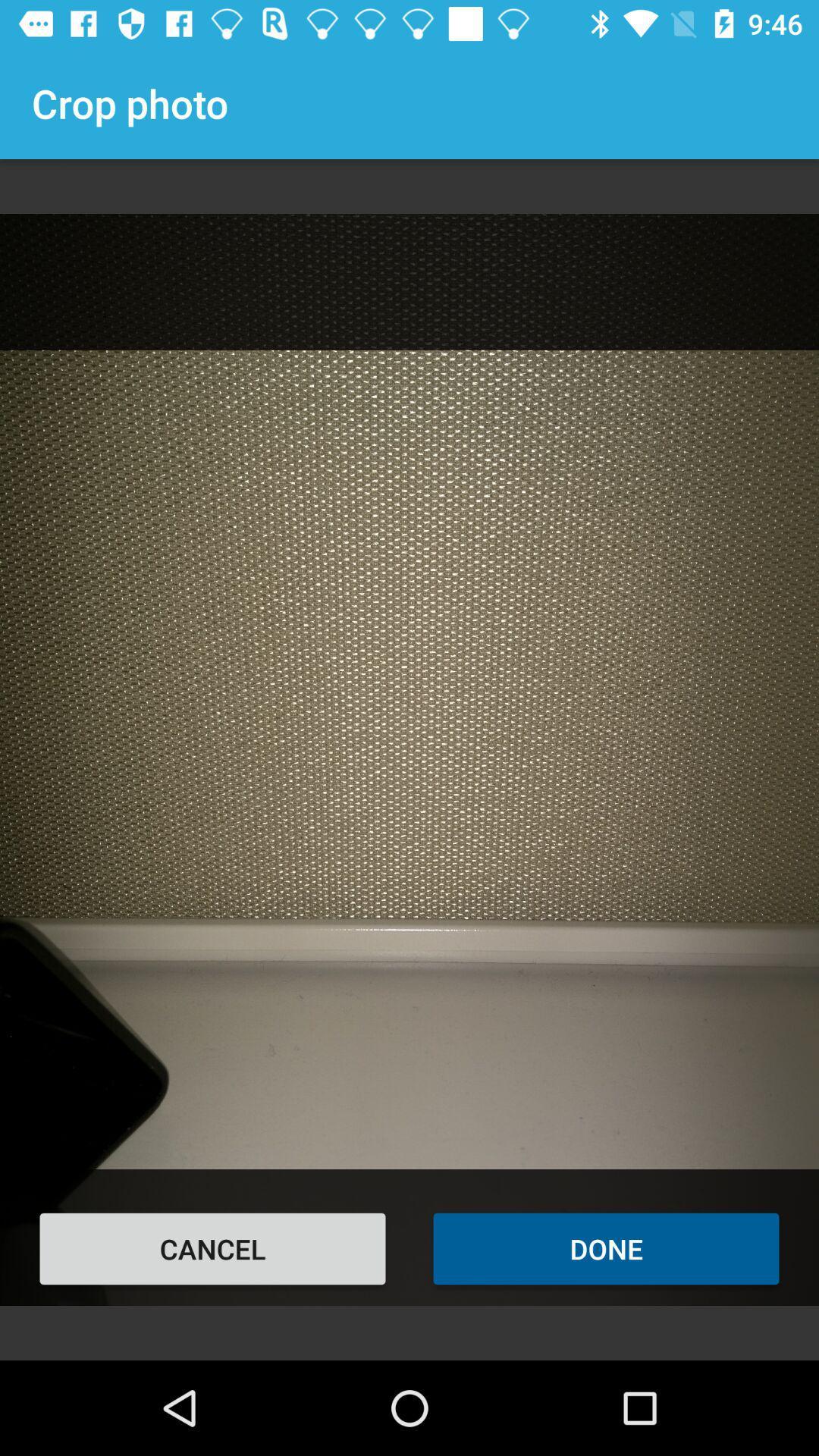  Describe the element at coordinates (212, 1248) in the screenshot. I see `icon to the left of done item` at that location.